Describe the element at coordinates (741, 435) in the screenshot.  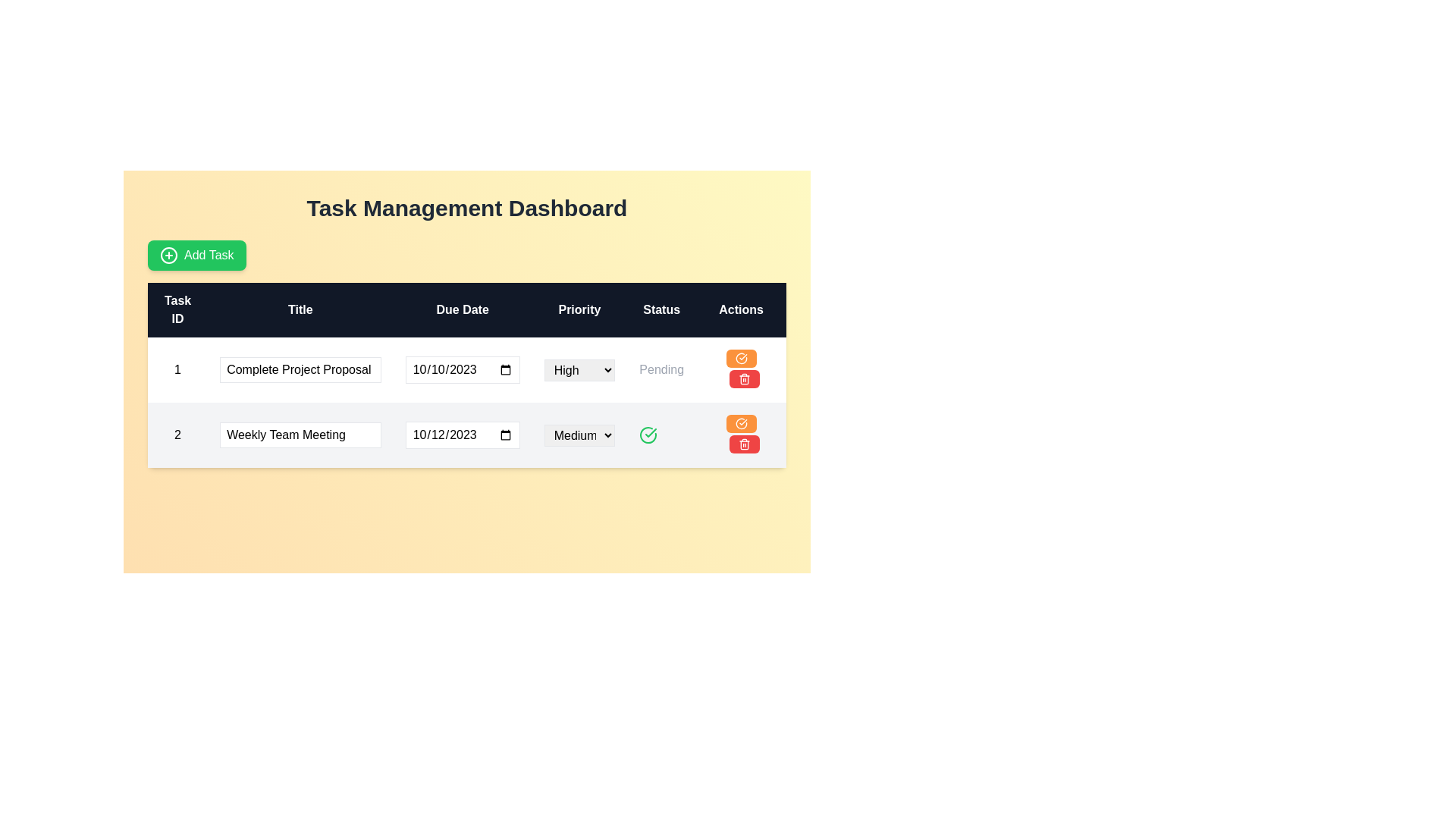
I see `the red rectangular button with a trash bin icon located in the second row of the task table, rightmost column` at that location.